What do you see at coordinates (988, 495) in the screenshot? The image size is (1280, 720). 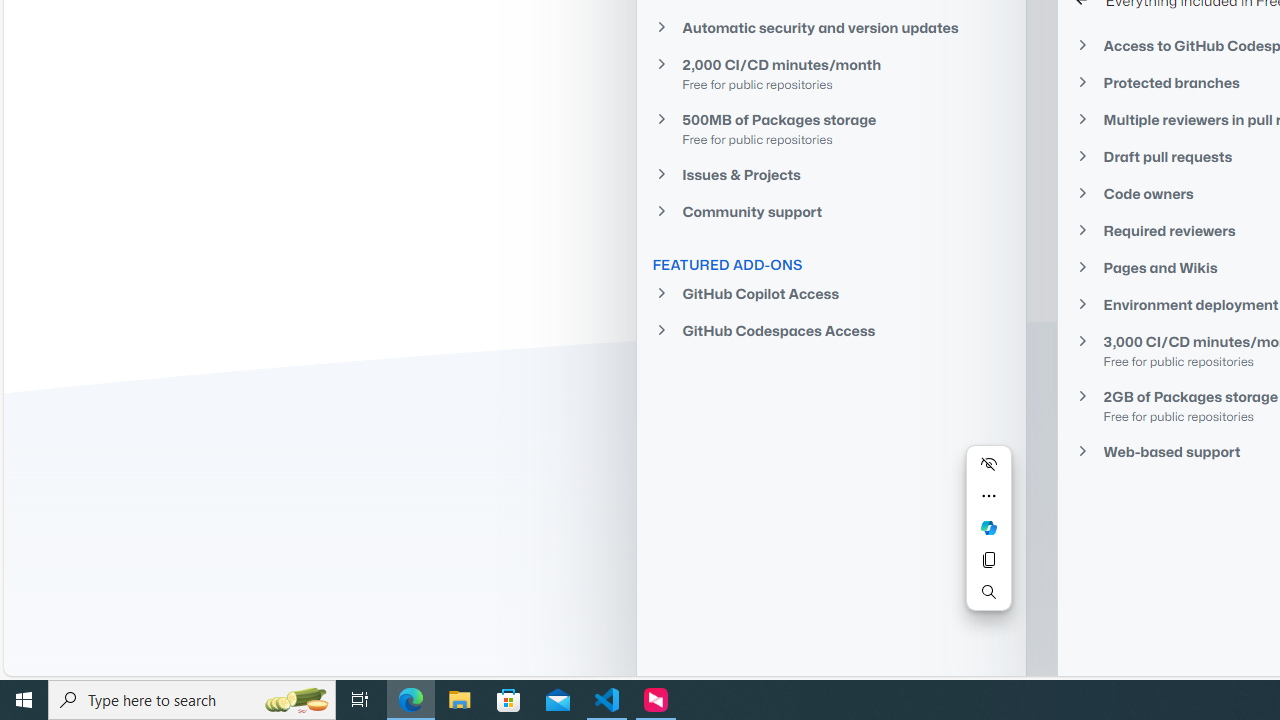 I see `'More actions'` at bounding box center [988, 495].